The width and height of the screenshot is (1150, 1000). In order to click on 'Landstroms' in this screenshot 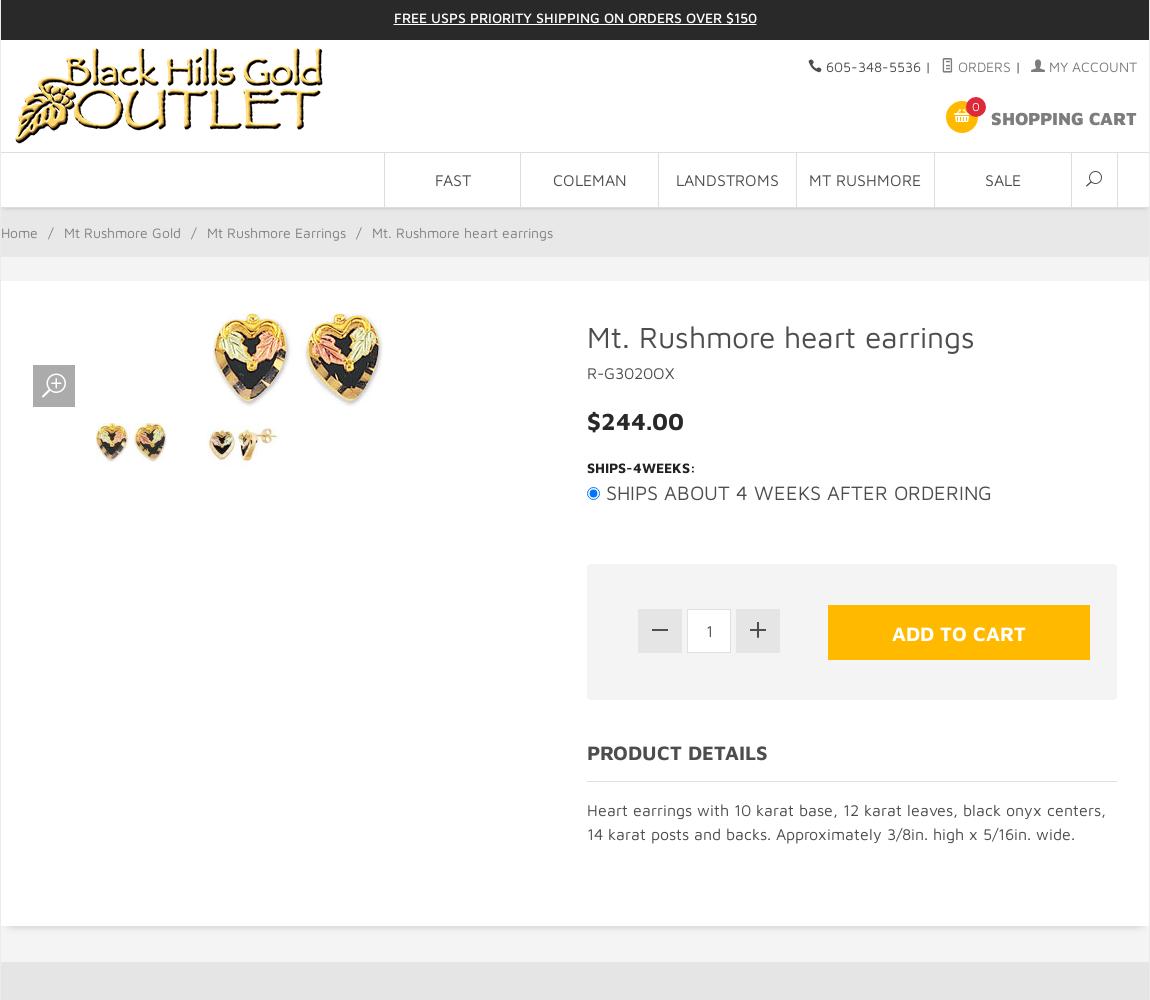, I will do `click(726, 180)`.